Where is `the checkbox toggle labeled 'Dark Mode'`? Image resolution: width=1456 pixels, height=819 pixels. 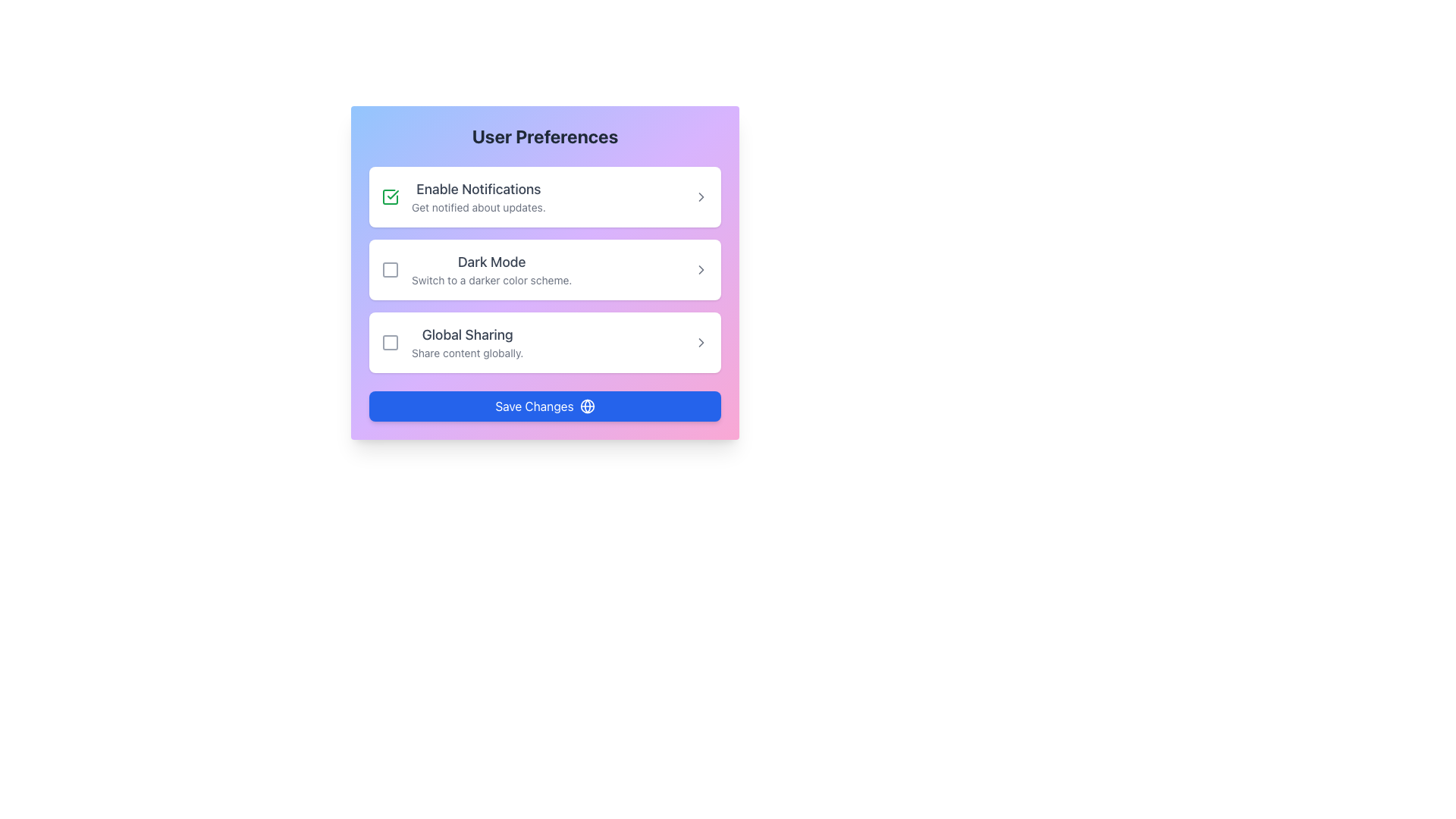
the checkbox toggle labeled 'Dark Mode' is located at coordinates (545, 268).